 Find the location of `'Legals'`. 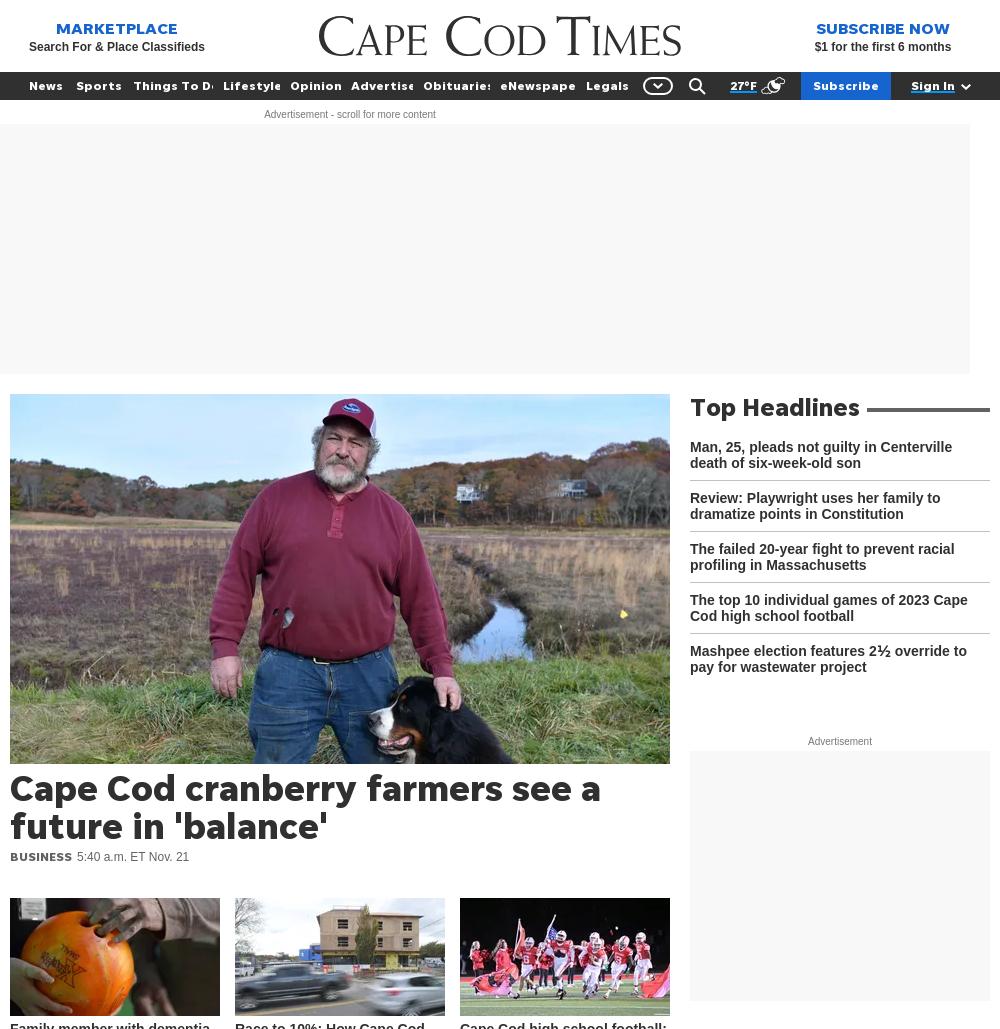

'Legals' is located at coordinates (605, 84).